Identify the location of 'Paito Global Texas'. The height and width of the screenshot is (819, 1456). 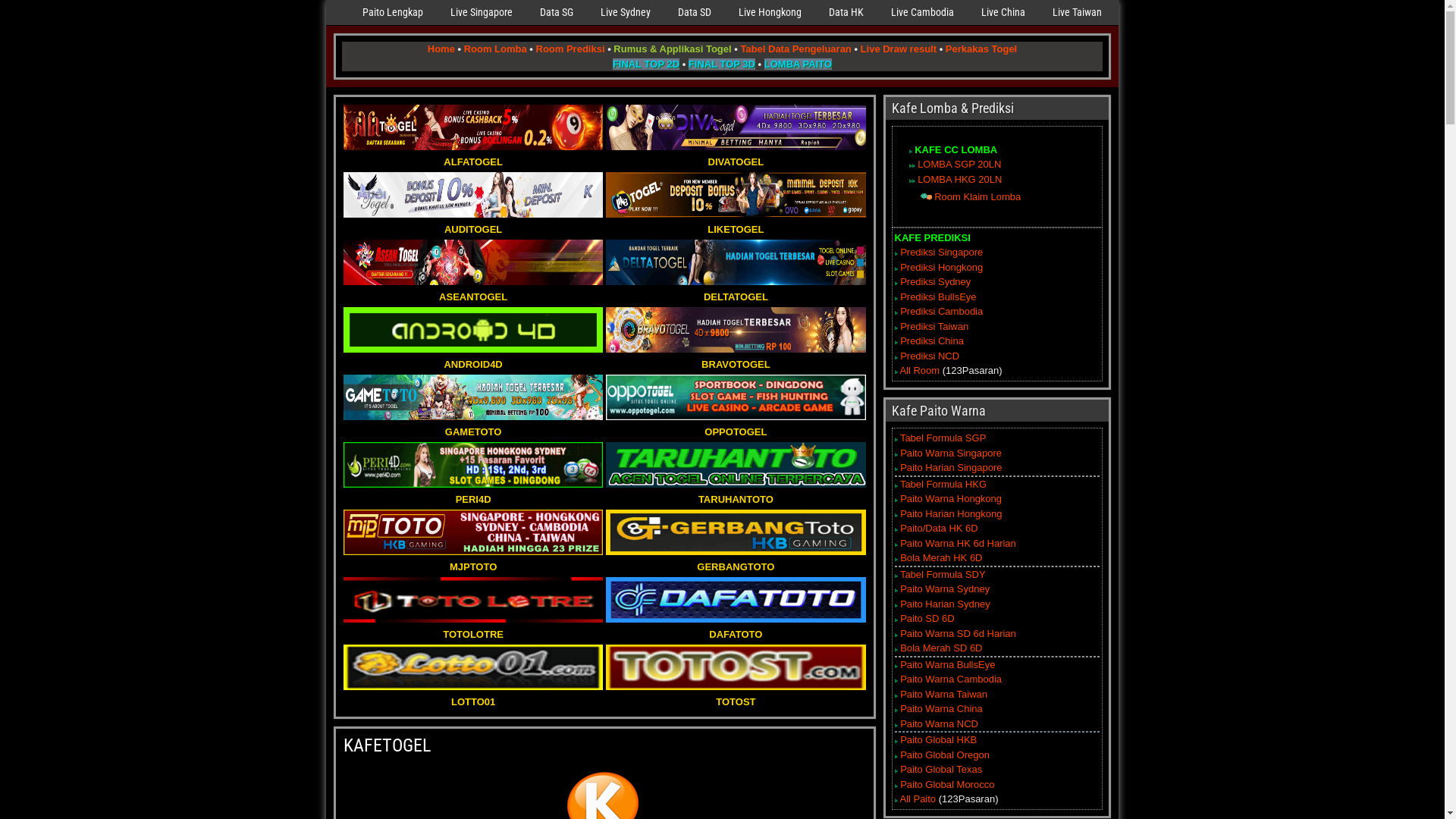
(940, 769).